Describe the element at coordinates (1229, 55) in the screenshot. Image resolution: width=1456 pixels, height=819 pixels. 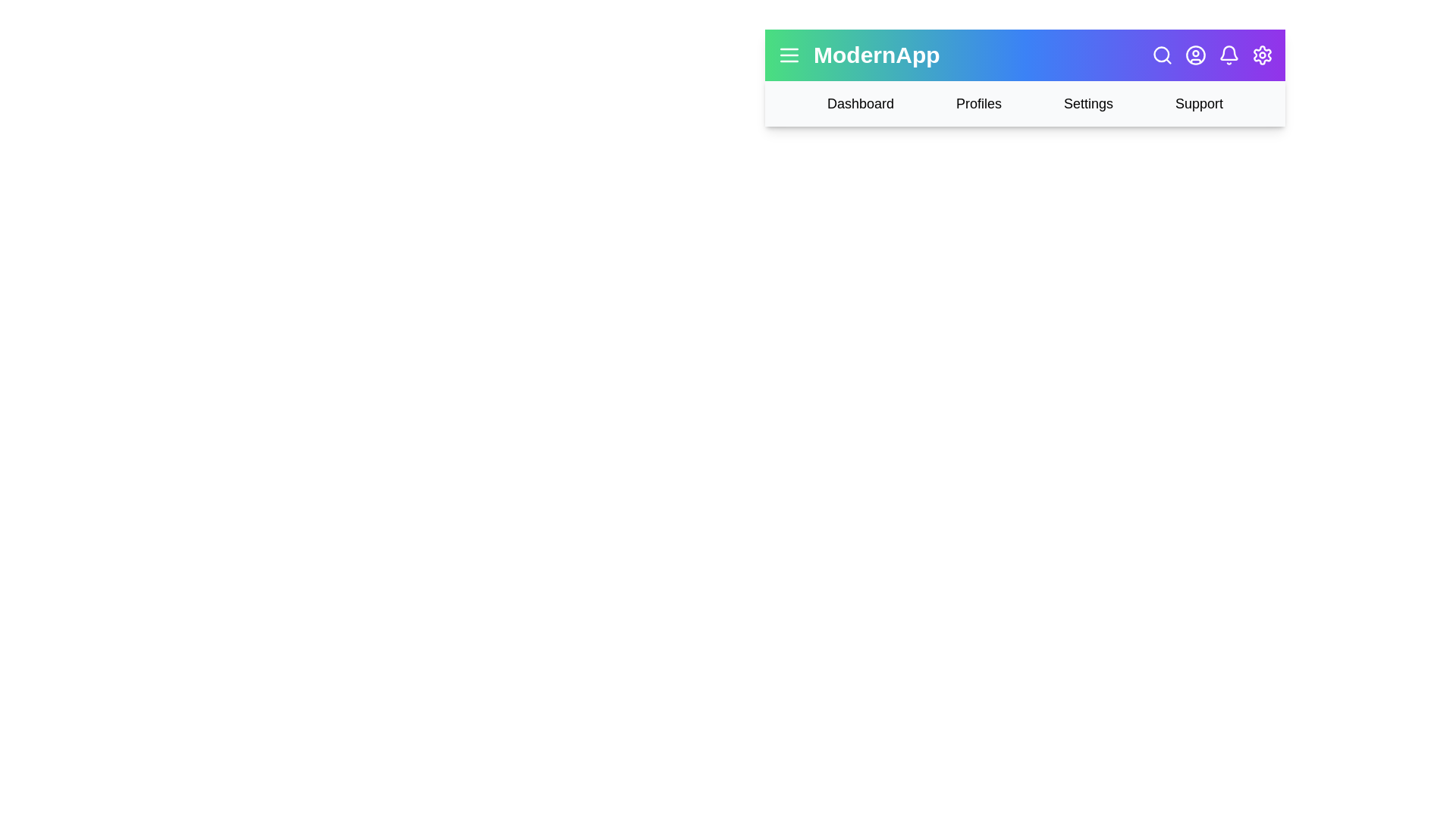
I see `the notification bell icon to view notifications` at that location.